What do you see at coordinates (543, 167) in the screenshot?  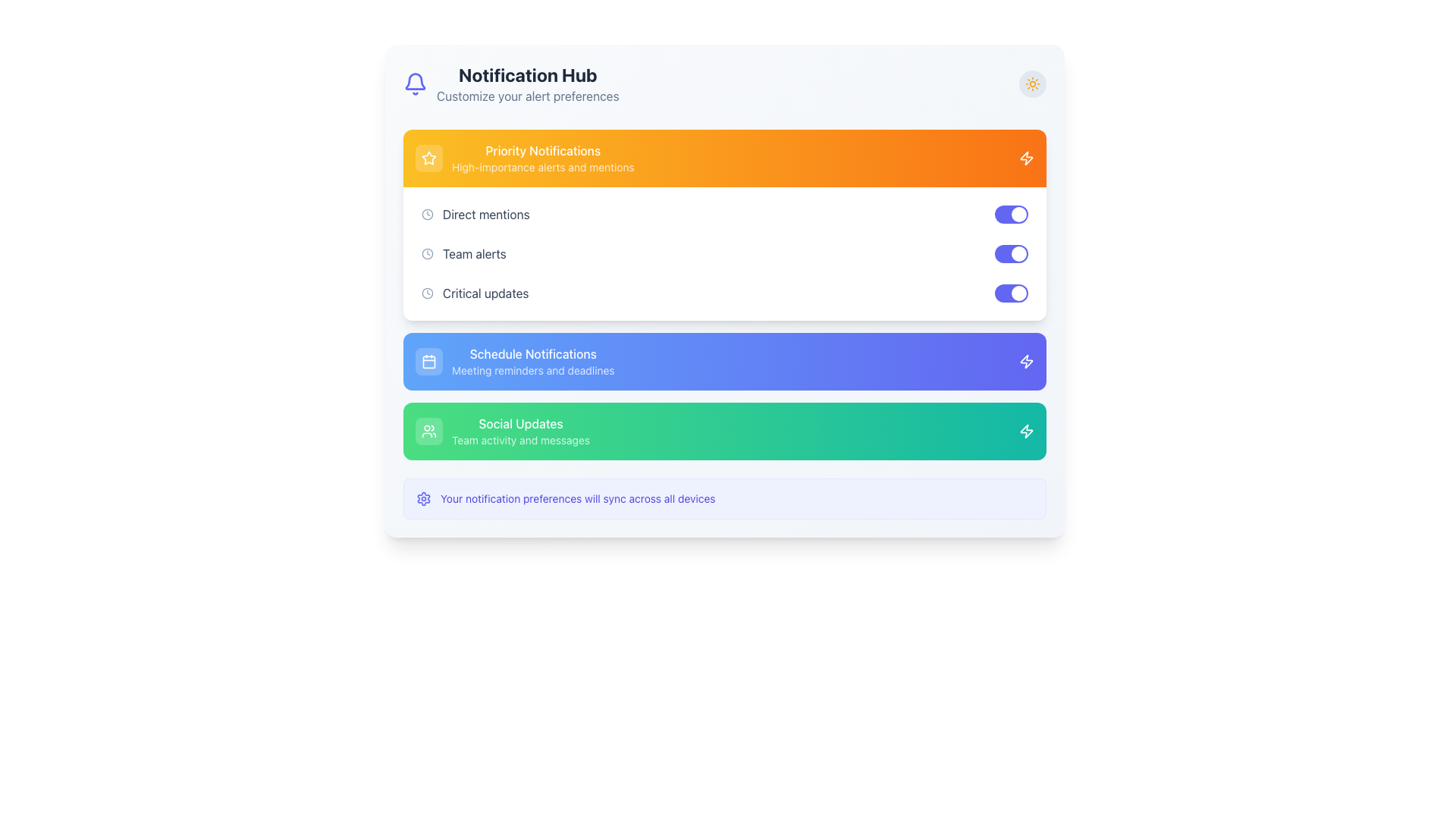 I see `the text element styled in small font with a semi-transparent white color that contains the phrase 'High-importance alerts and mentions', located below the bold title 'Priority Notifications' in the orange header section` at bounding box center [543, 167].